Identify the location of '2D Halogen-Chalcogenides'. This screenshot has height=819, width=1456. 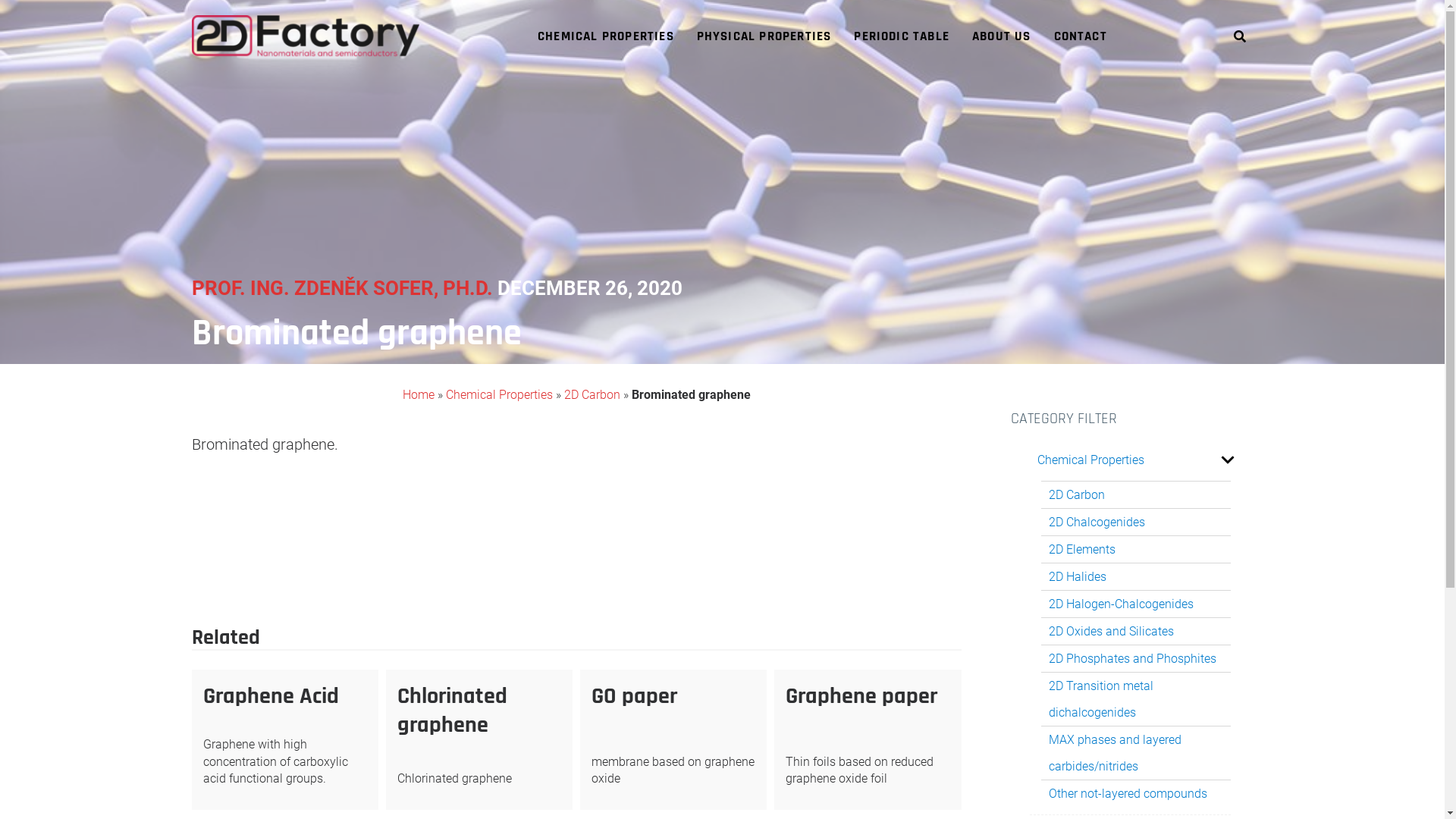
(1120, 603).